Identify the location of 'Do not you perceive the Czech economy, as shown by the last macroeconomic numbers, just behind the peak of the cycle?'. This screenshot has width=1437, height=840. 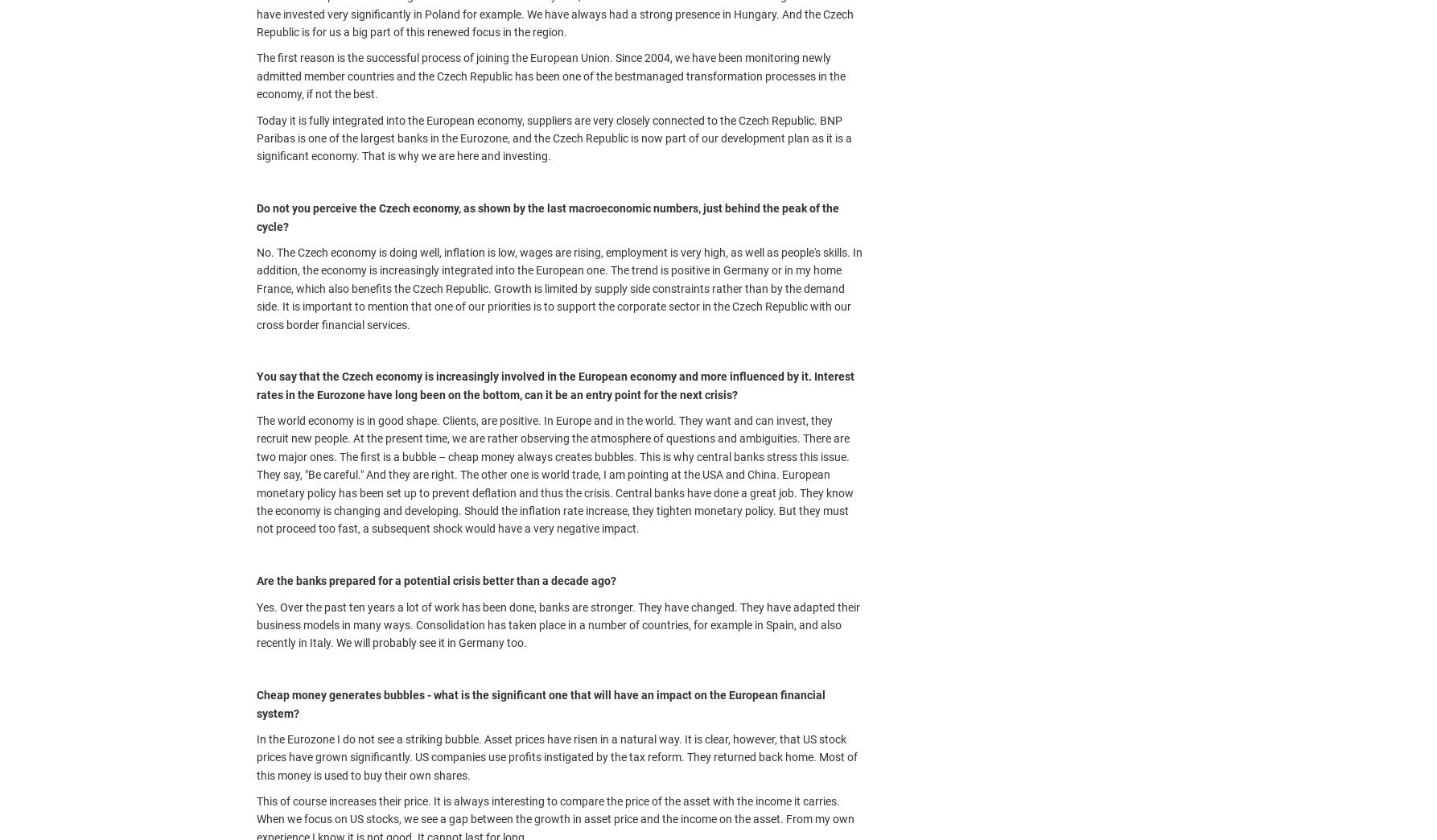
(548, 216).